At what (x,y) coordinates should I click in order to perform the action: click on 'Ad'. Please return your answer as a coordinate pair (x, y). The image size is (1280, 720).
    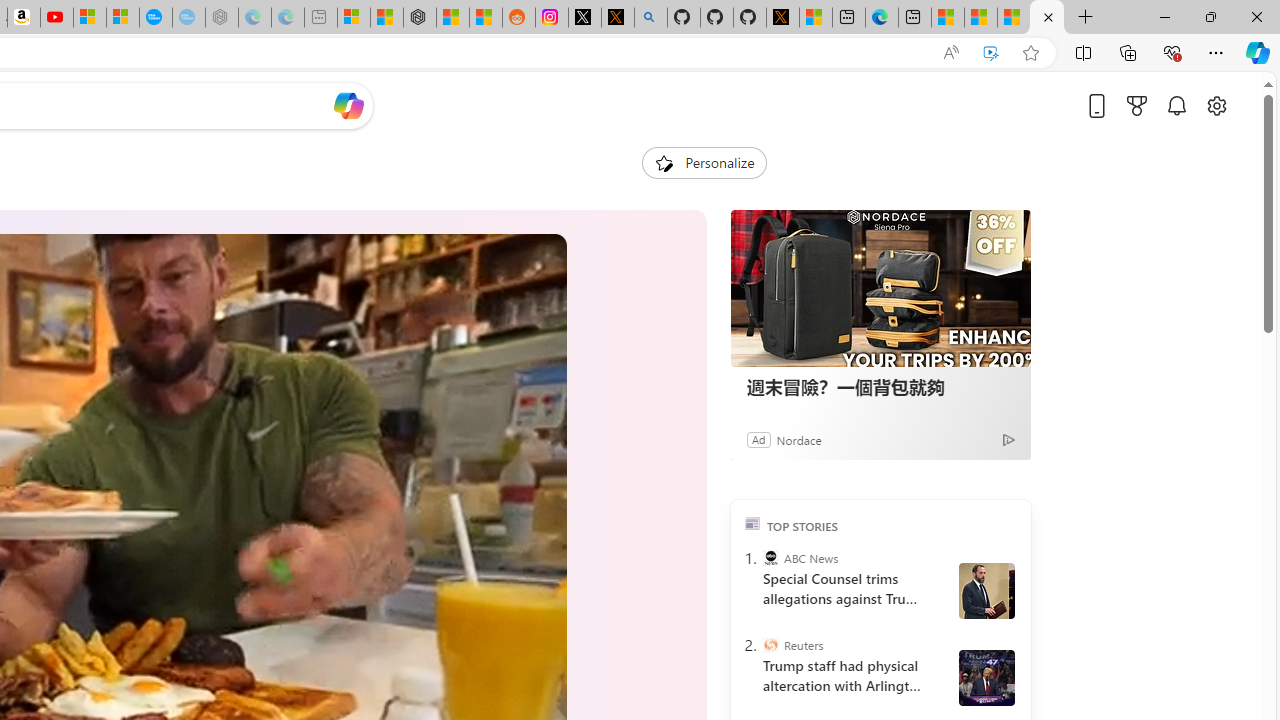
    Looking at the image, I should click on (757, 438).